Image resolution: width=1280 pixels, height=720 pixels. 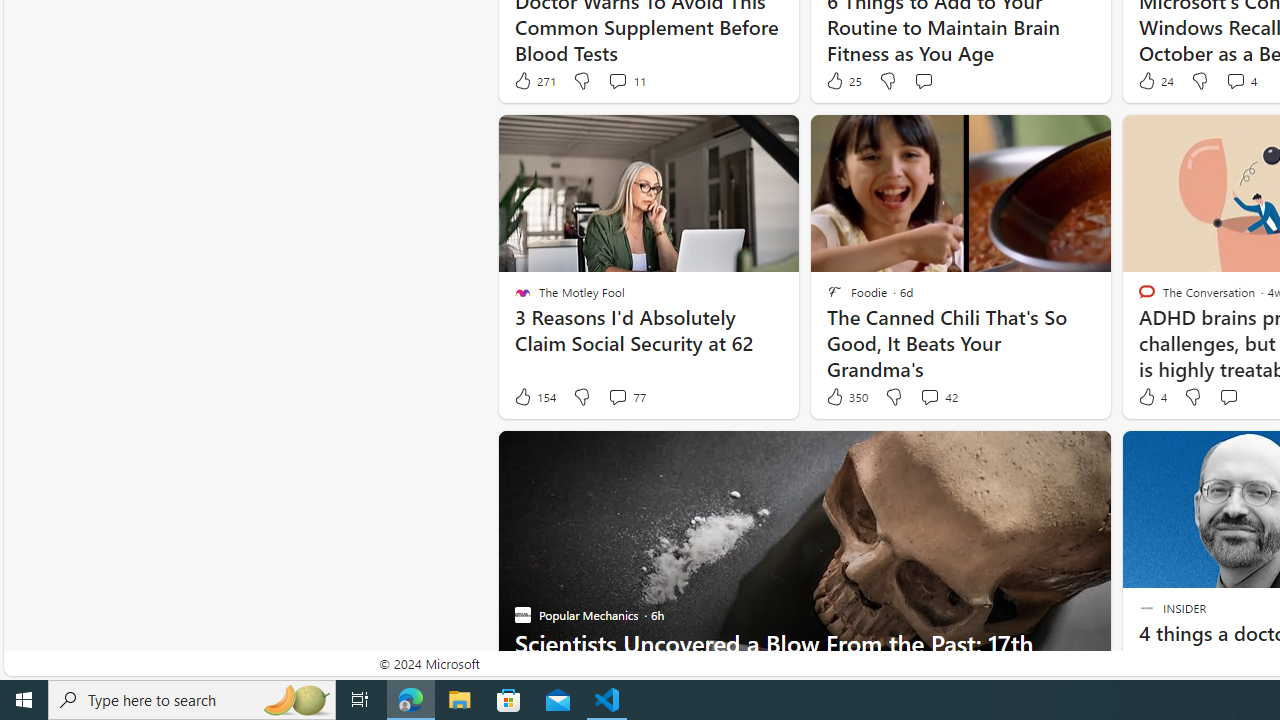 I want to click on 'View comments 4 Comment', so click(x=1239, y=80).